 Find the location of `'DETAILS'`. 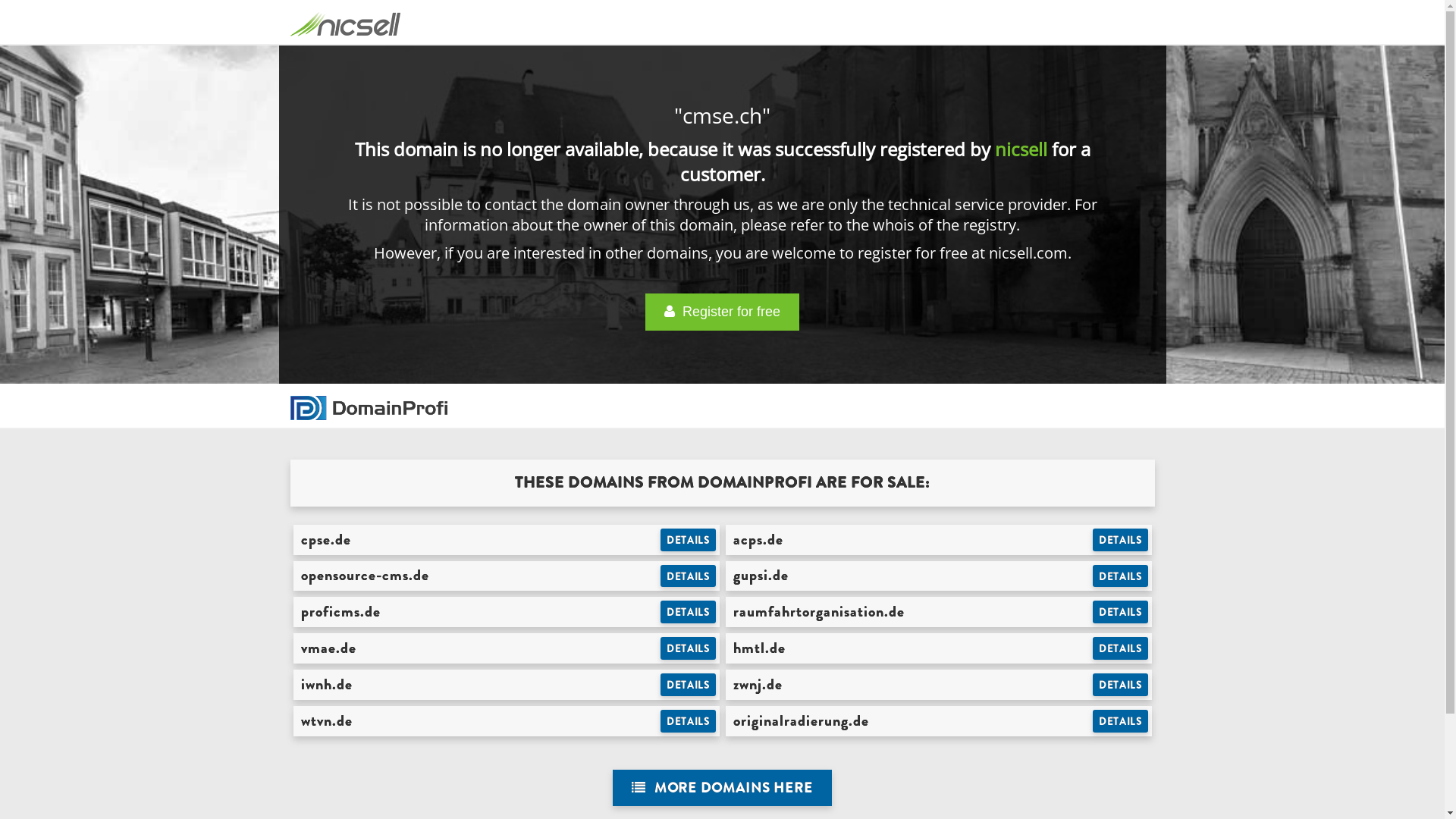

'DETAILS' is located at coordinates (687, 610).